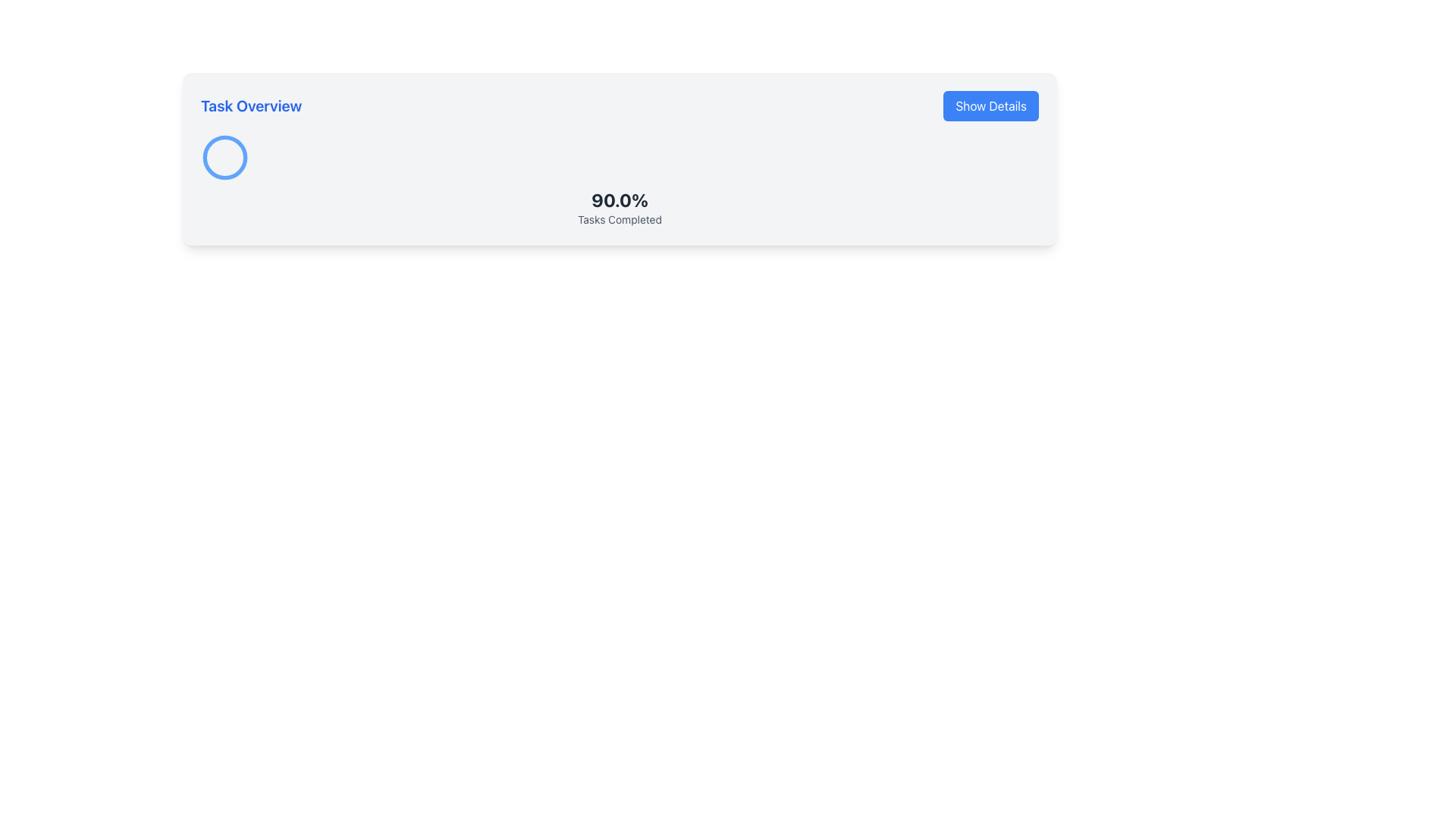 This screenshot has width=1456, height=819. What do you see at coordinates (620, 199) in the screenshot?
I see `the Text Display element that shows '90.0%' in bold, large, dark gray font, which is positioned between a blue circular icon and the 'Tasks Completed' text` at bounding box center [620, 199].